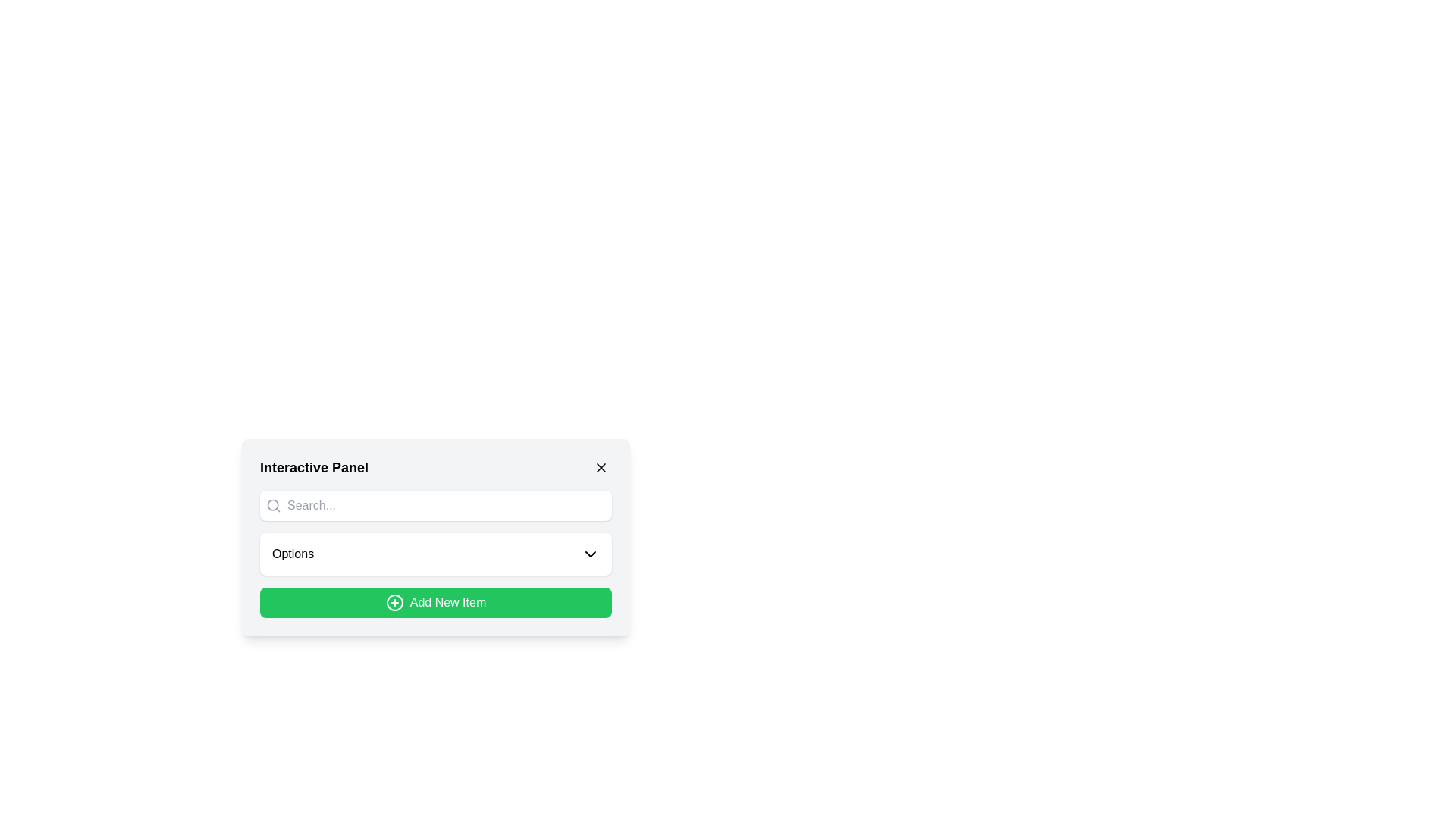 This screenshot has height=819, width=1456. What do you see at coordinates (273, 505) in the screenshot?
I see `the circular SVG graphic element located within the search field of the 'Interactive Panel'` at bounding box center [273, 505].